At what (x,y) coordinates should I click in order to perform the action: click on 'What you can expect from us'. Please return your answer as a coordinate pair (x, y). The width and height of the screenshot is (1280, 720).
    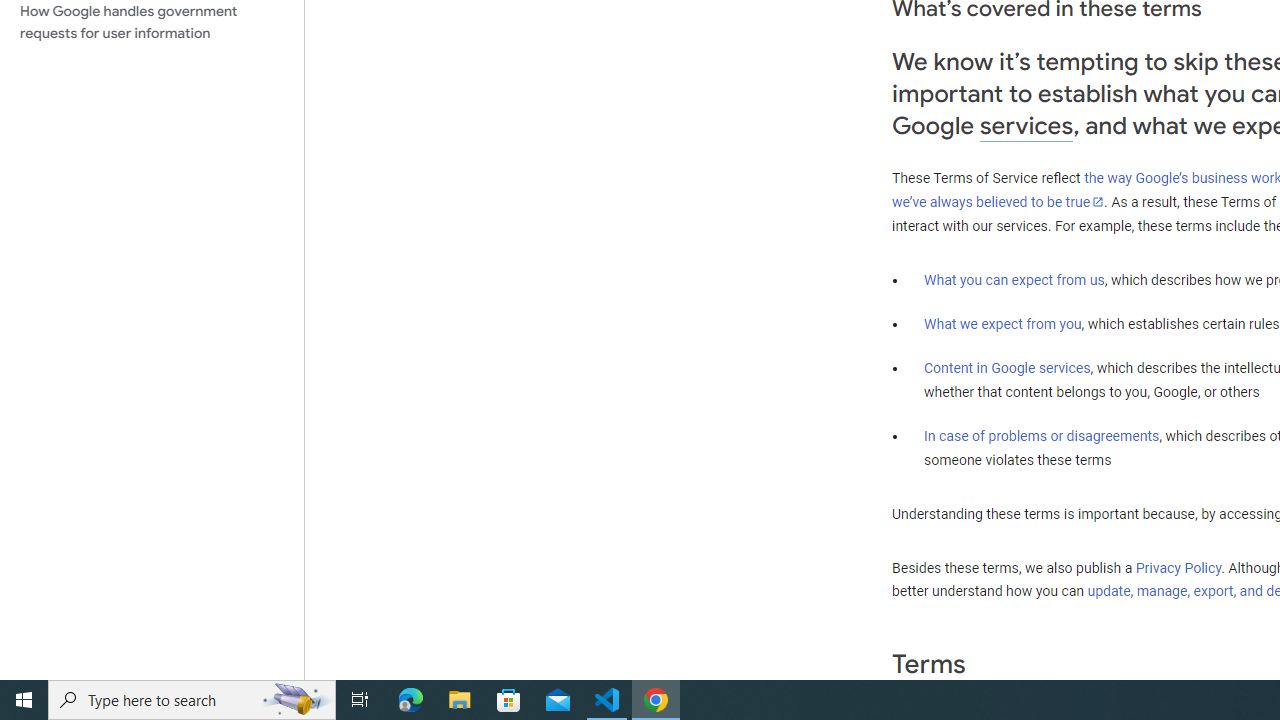
    Looking at the image, I should click on (1014, 279).